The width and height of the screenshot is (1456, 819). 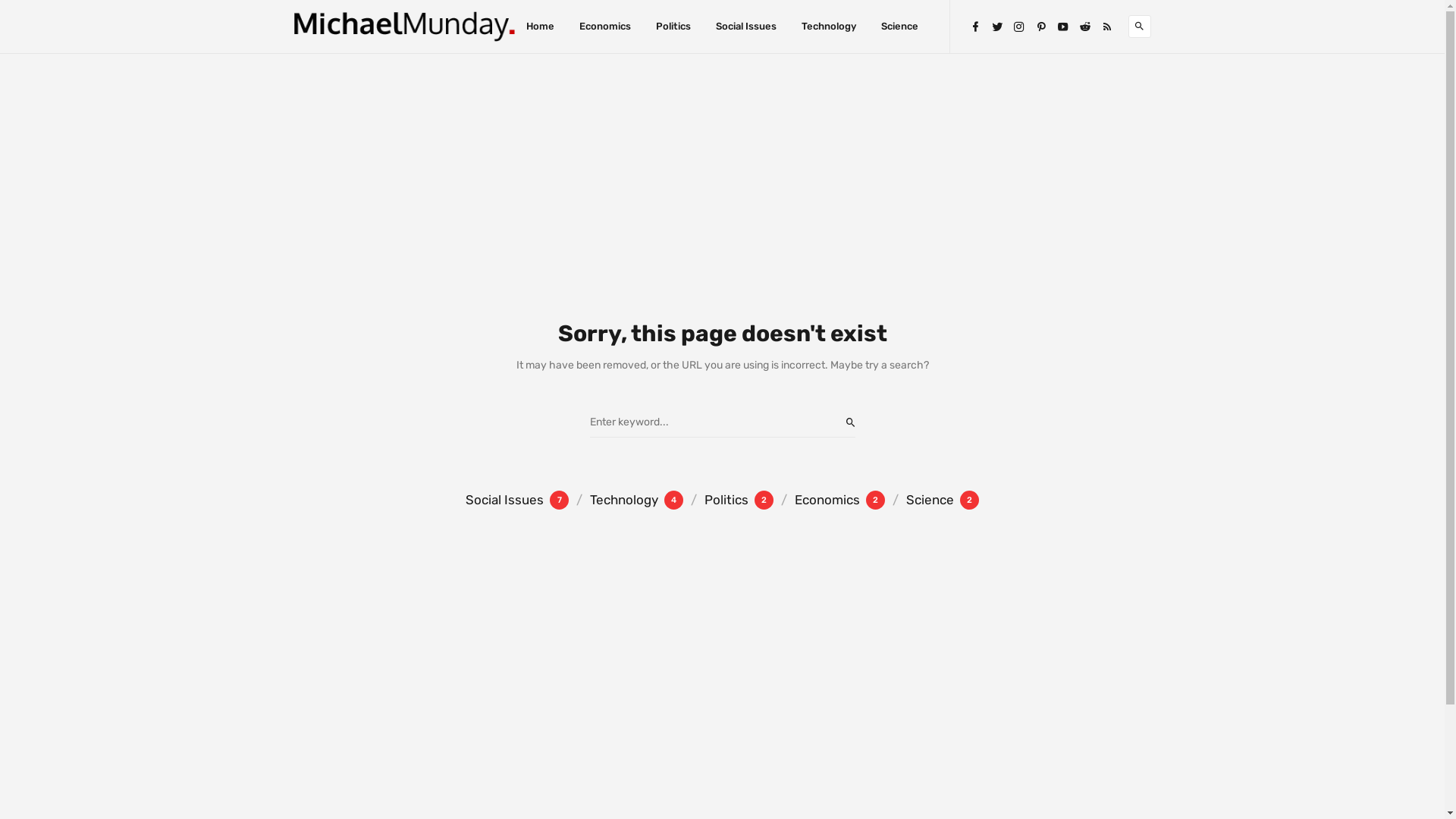 I want to click on 'Politics', so click(x=673, y=26).